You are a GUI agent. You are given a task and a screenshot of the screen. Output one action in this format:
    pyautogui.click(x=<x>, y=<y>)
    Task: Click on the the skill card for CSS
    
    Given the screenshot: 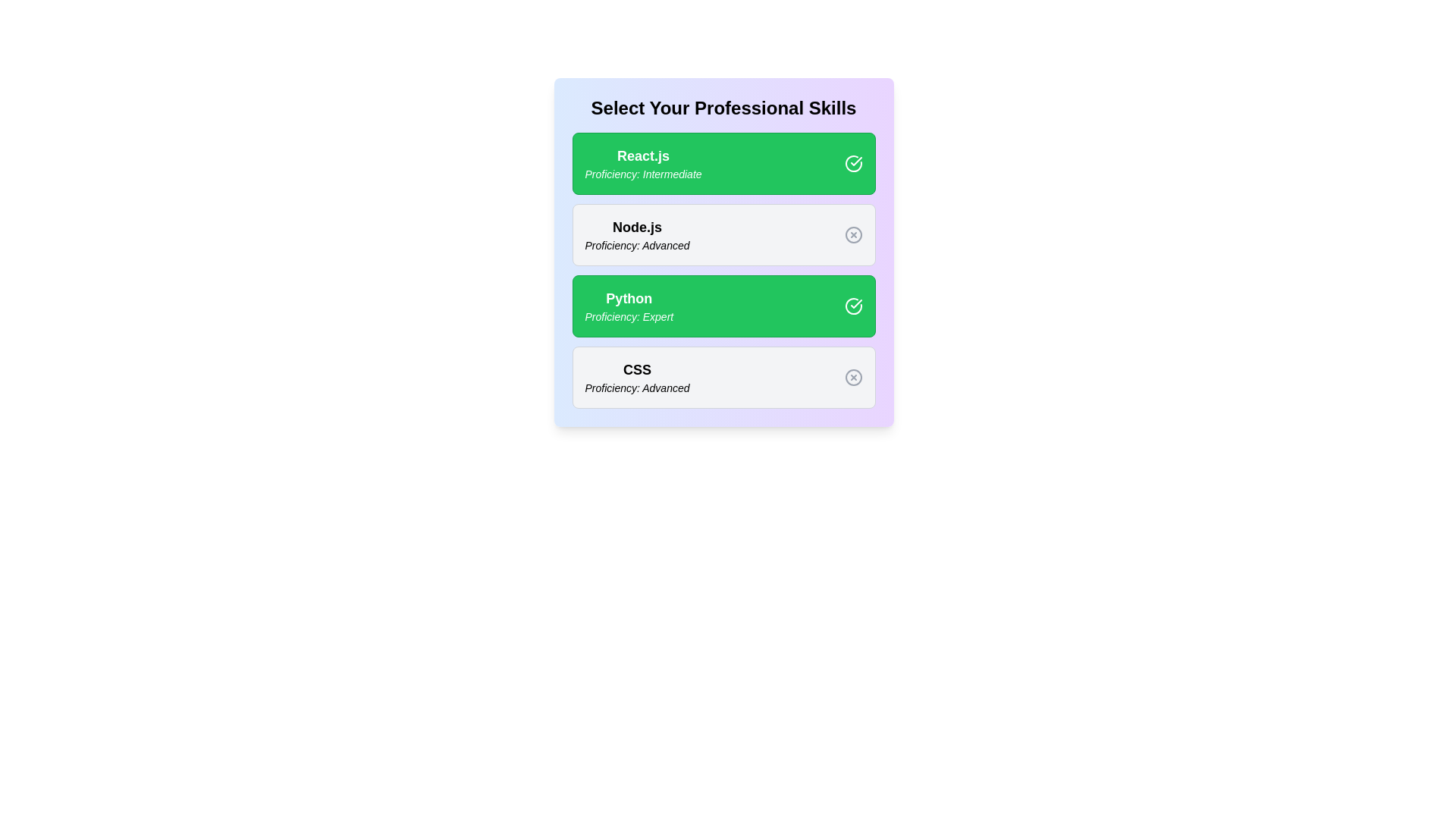 What is the action you would take?
    pyautogui.click(x=723, y=376)
    